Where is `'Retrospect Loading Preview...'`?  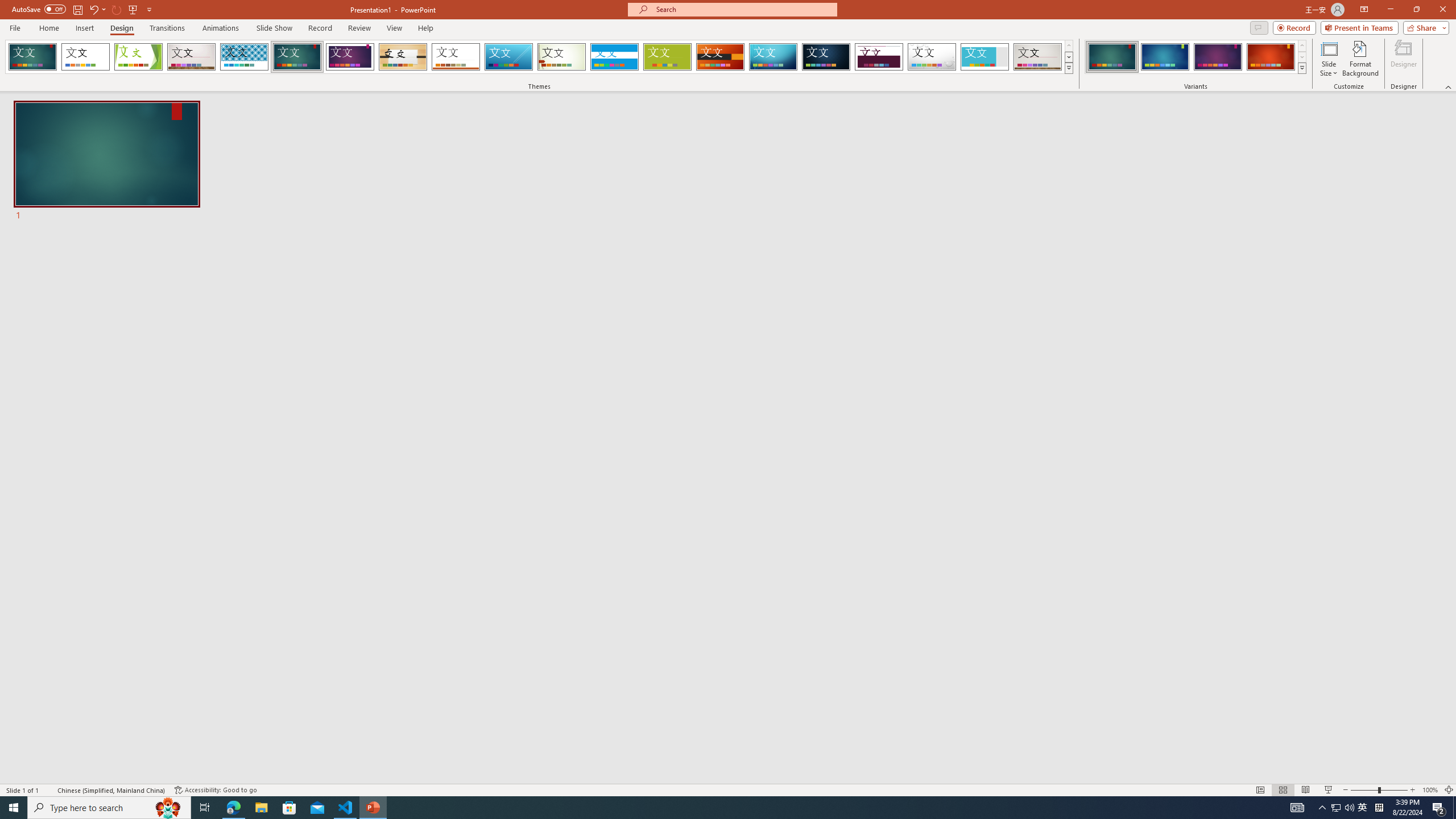
'Retrospect Loading Preview...' is located at coordinates (455, 56).